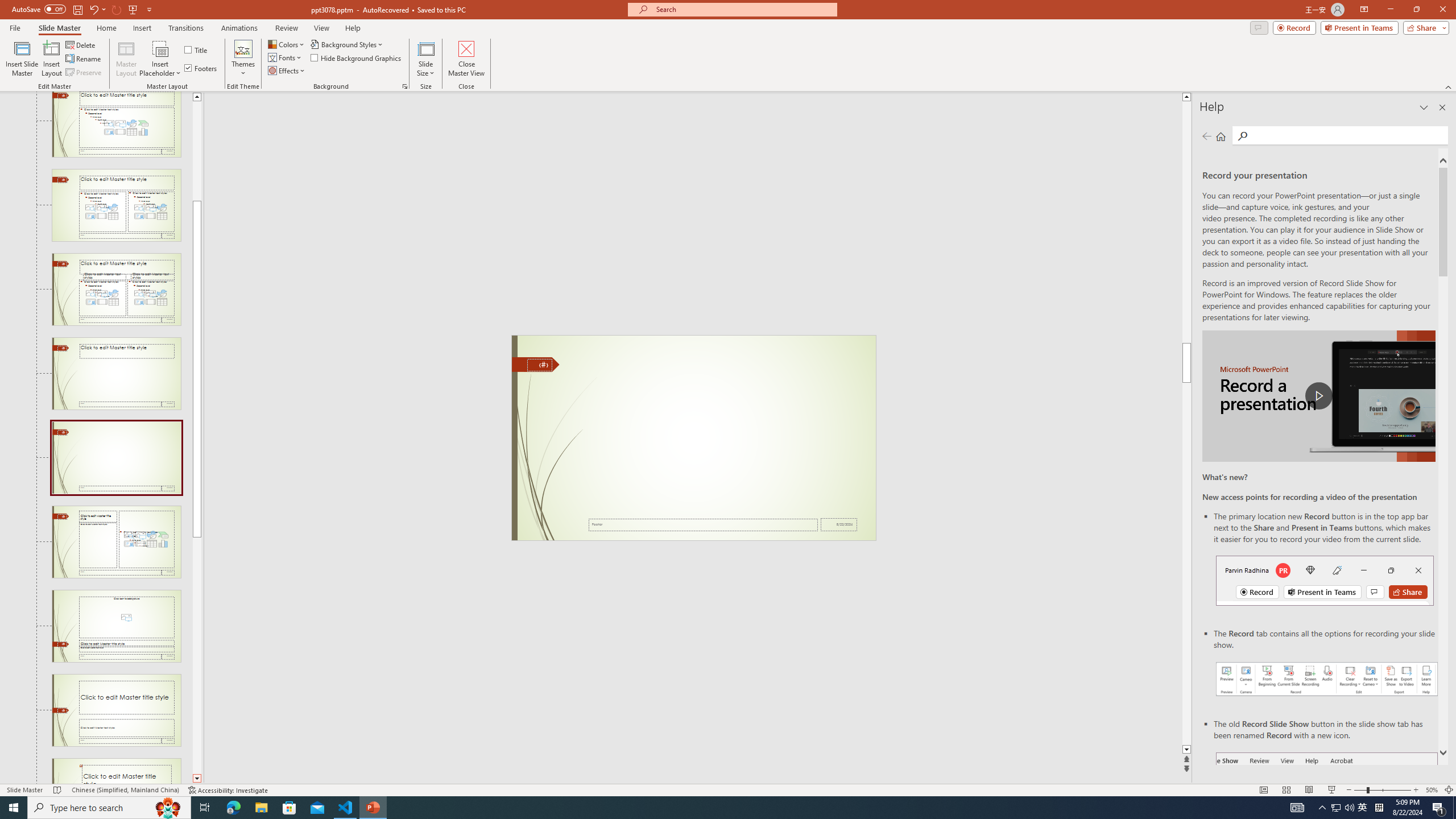 This screenshot has width=1456, height=819. What do you see at coordinates (1442, 107) in the screenshot?
I see `'Close pane'` at bounding box center [1442, 107].